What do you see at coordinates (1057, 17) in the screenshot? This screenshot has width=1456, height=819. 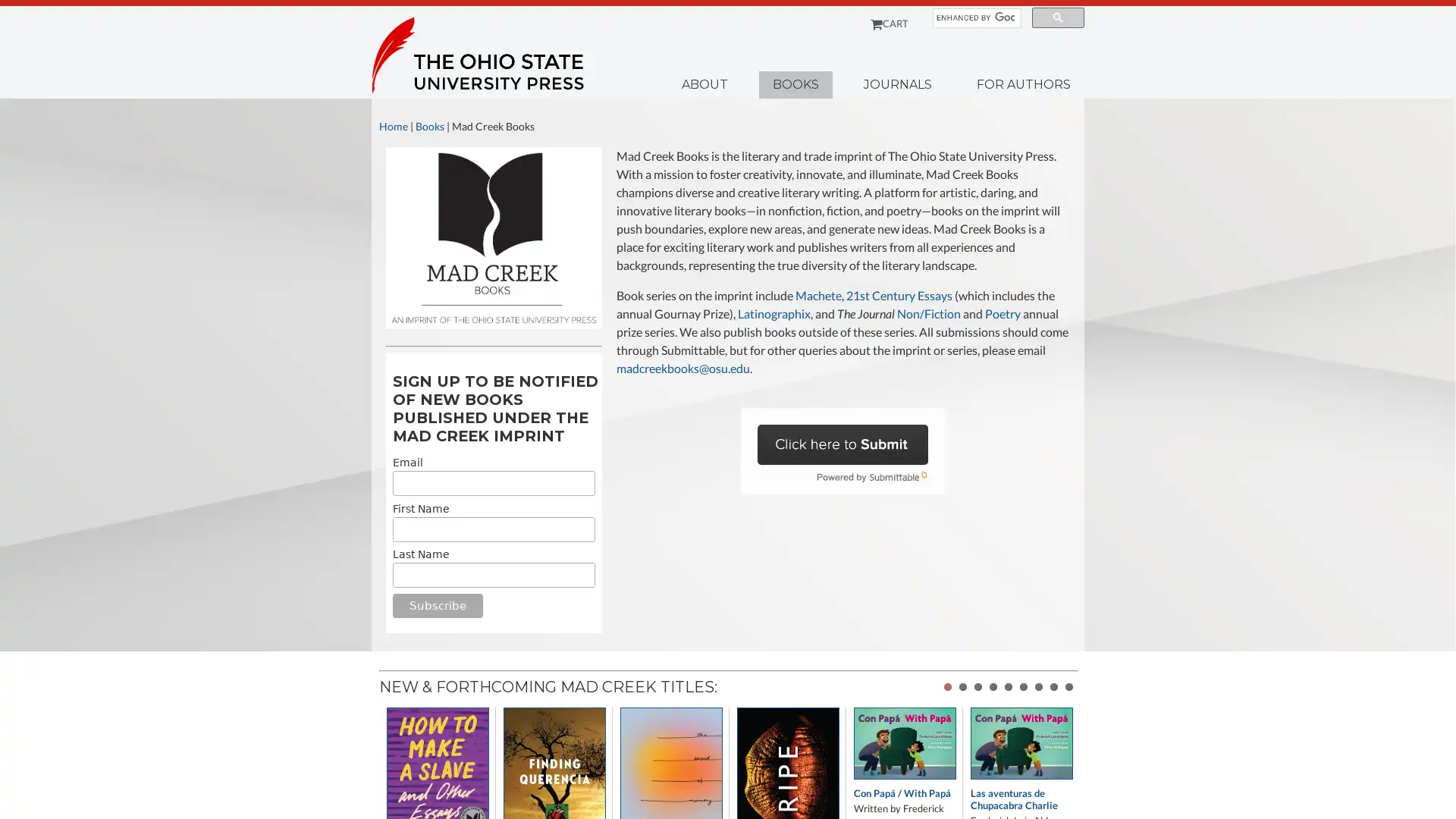 I see `search` at bounding box center [1057, 17].